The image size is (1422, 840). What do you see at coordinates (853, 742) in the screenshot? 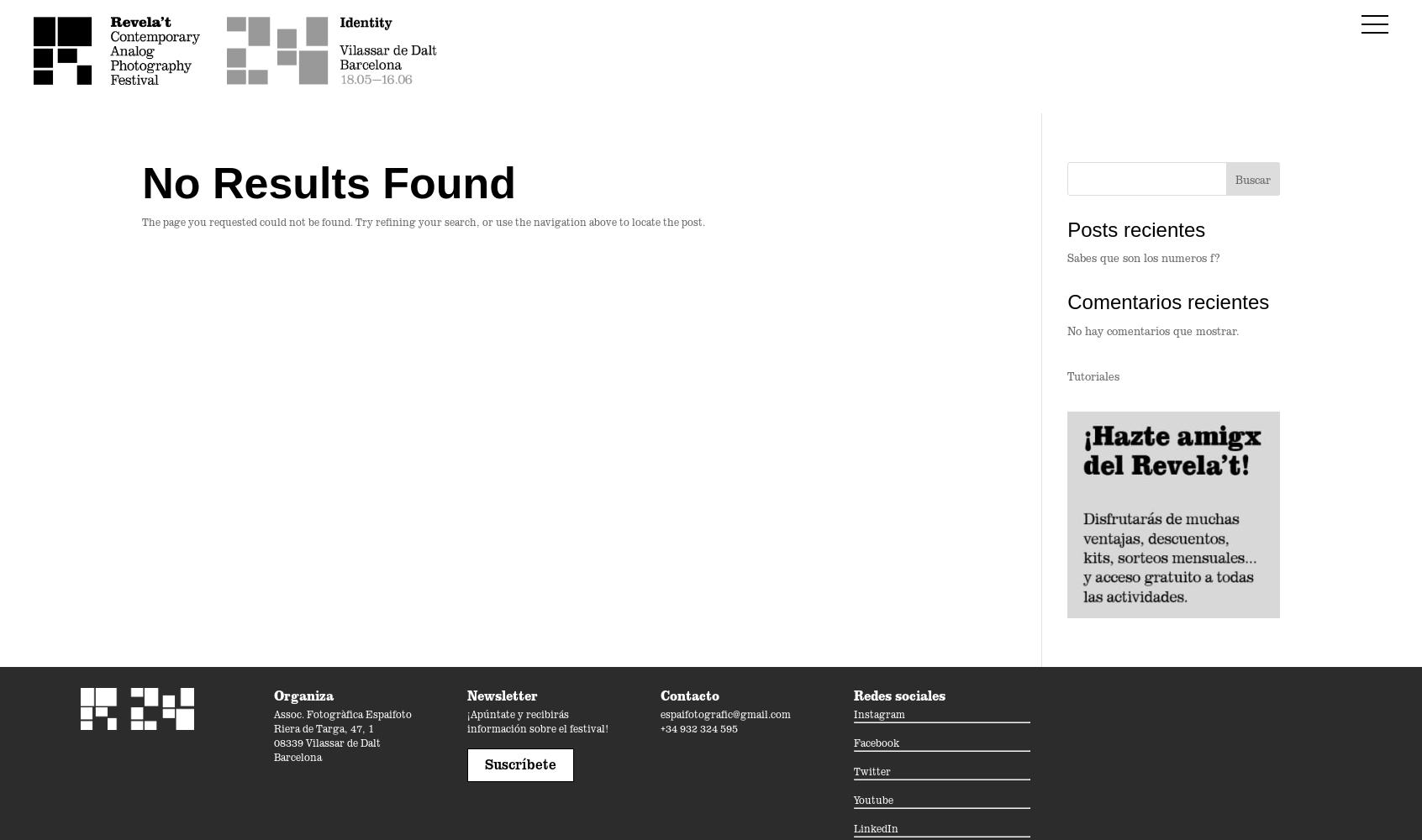
I see `'Facebook'` at bounding box center [853, 742].